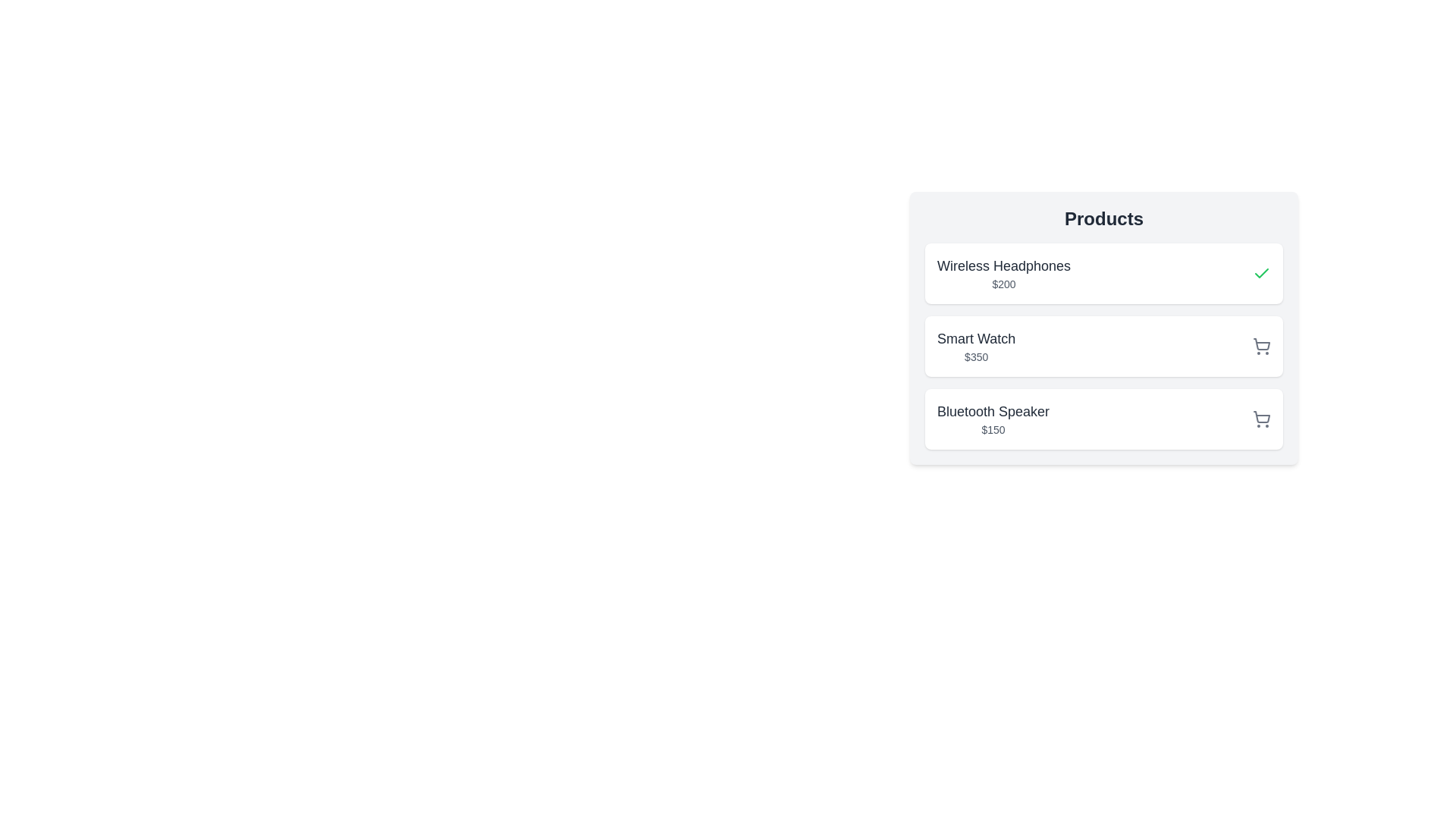  What do you see at coordinates (1004, 265) in the screenshot?
I see `the 'Wireless Headphones' text label at the top of the 'Products' section, which is displayed in a larger bold font and dark gray color` at bounding box center [1004, 265].